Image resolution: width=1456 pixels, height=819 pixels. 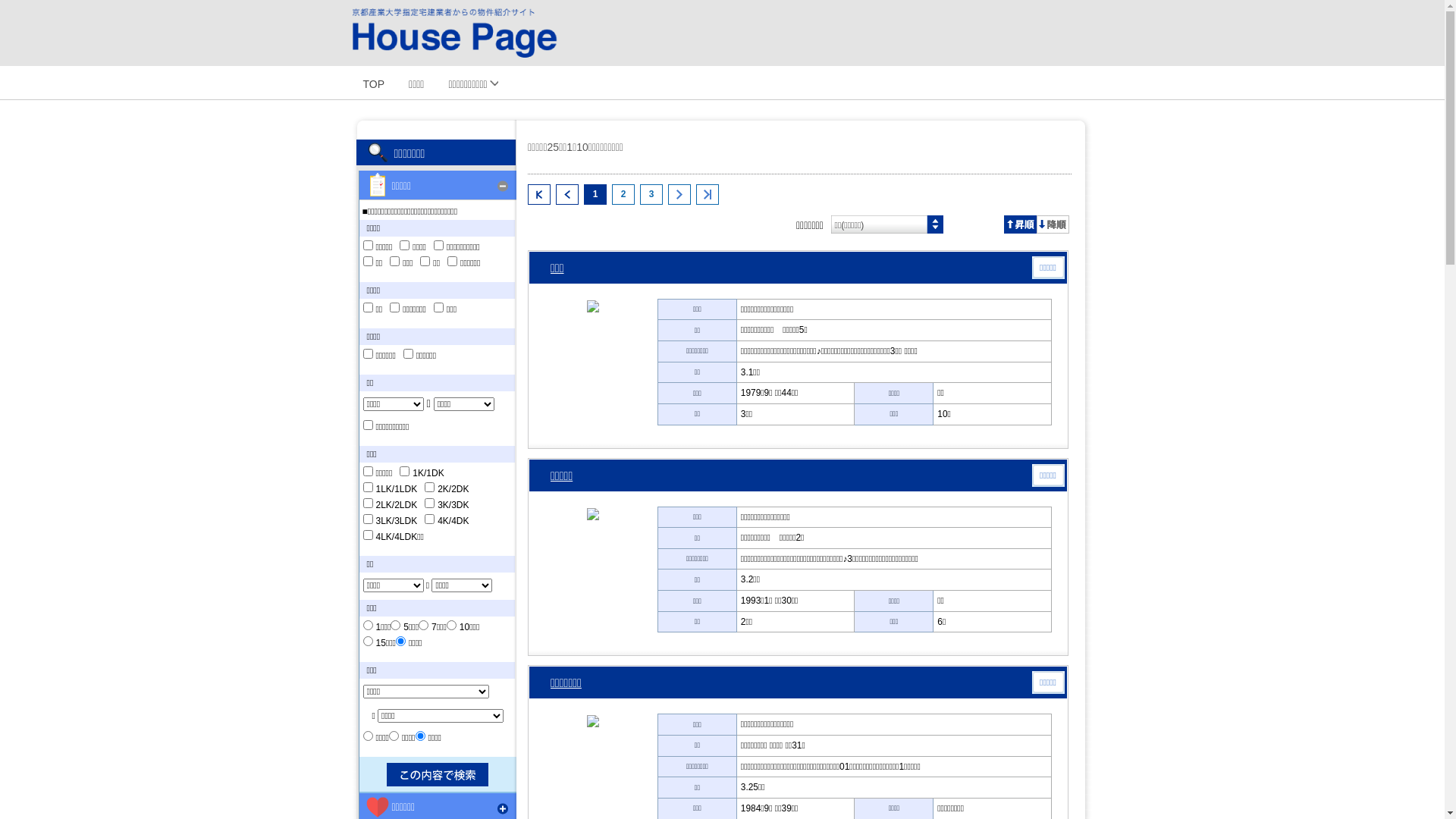 I want to click on 'TOP', so click(x=373, y=82).